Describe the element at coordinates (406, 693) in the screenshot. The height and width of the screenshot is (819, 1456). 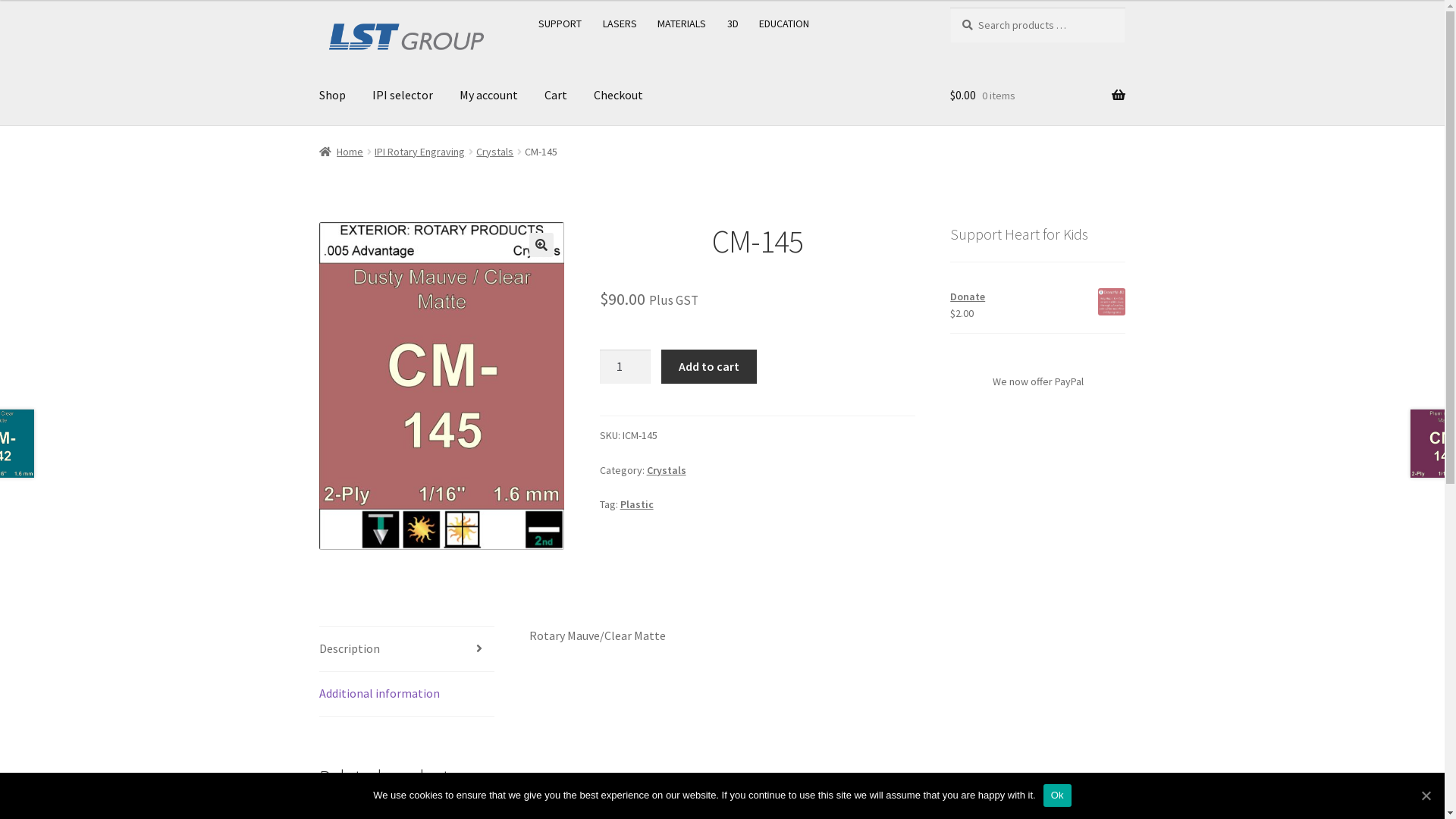
I see `'Additional information'` at that location.